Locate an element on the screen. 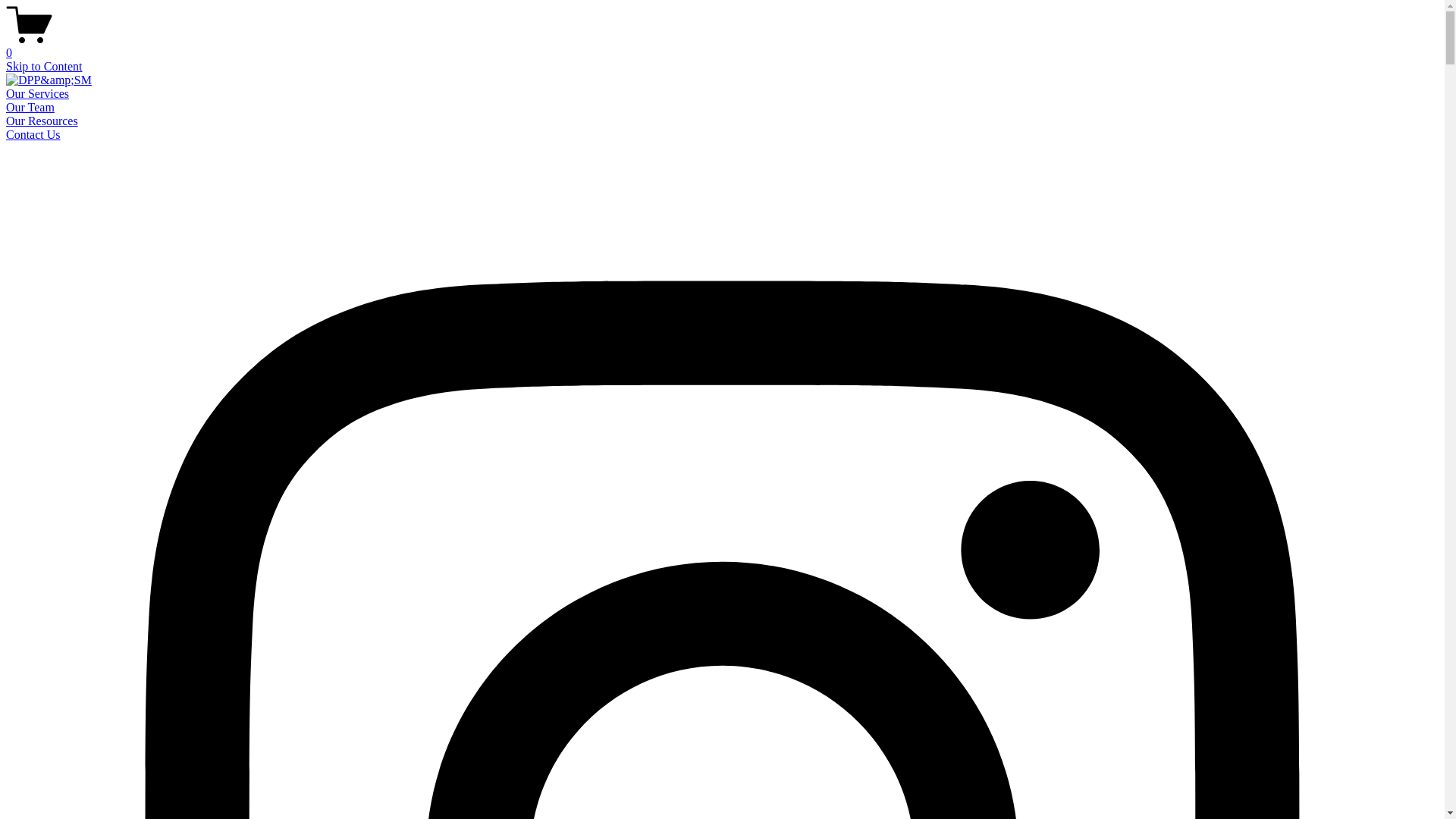 The width and height of the screenshot is (1456, 819). '0' is located at coordinates (721, 45).